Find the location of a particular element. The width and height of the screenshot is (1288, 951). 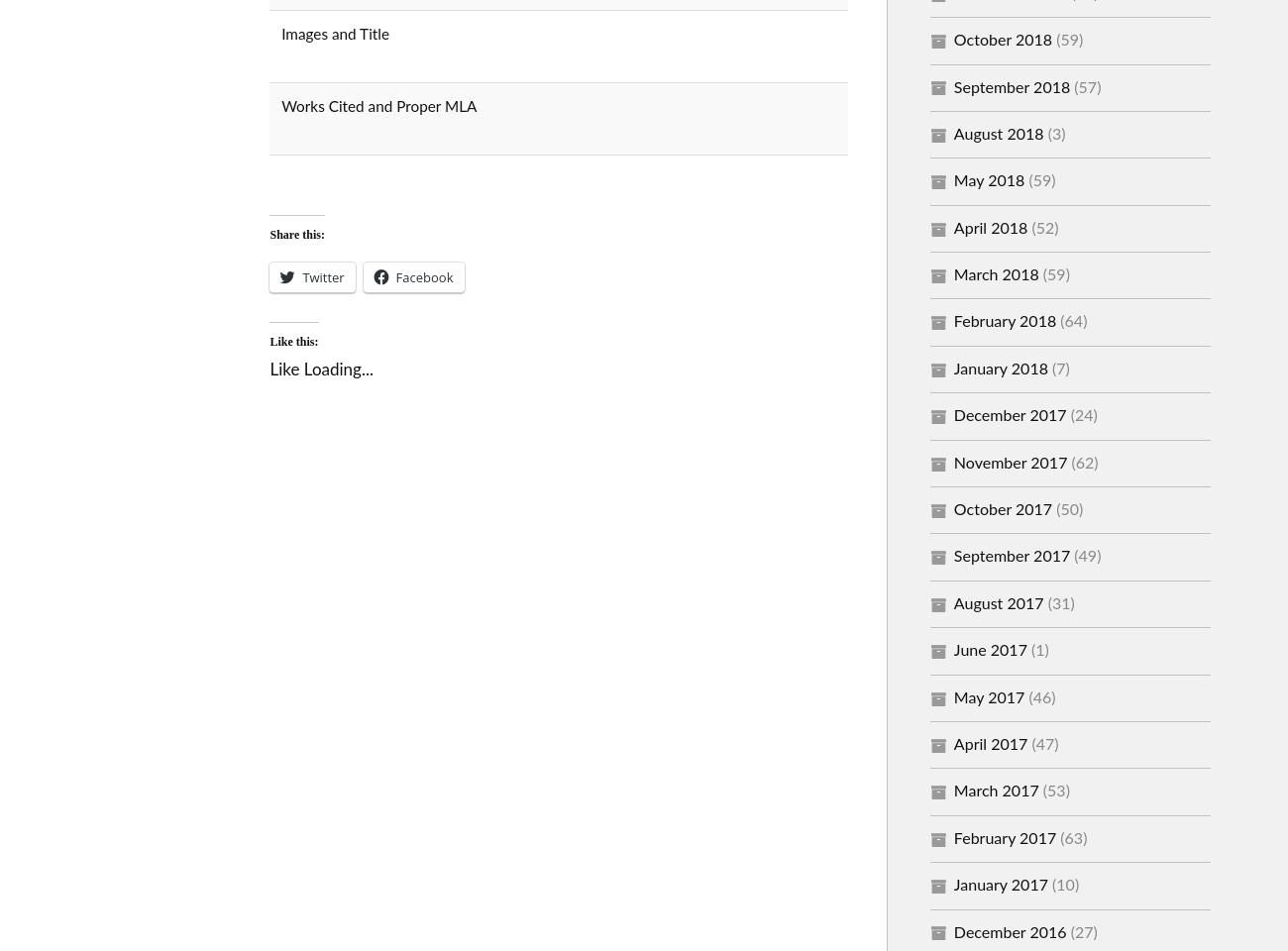

'(53)' is located at coordinates (1053, 792).